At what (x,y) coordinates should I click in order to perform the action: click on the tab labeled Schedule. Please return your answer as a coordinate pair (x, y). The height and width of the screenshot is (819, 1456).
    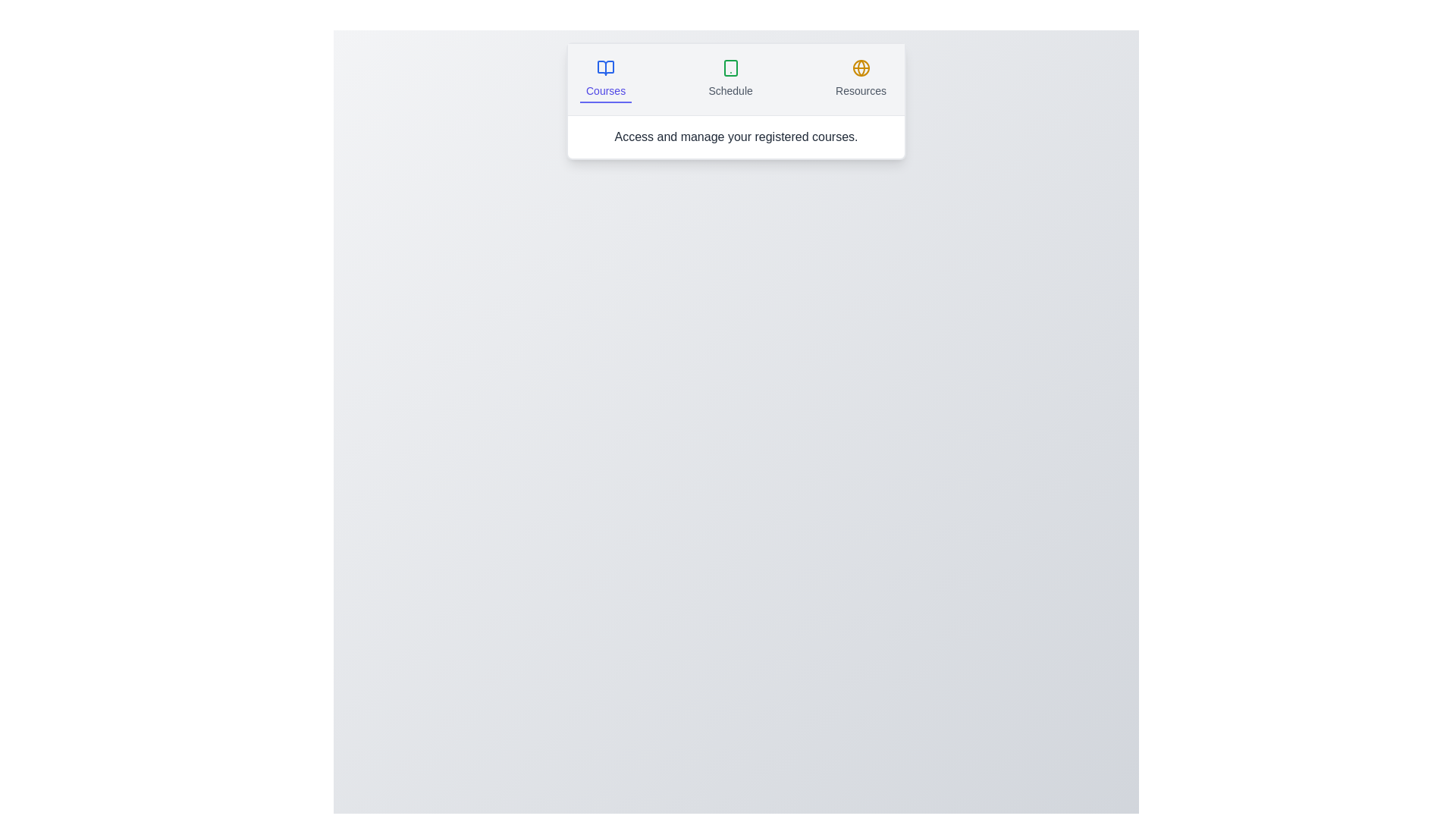
    Looking at the image, I should click on (730, 79).